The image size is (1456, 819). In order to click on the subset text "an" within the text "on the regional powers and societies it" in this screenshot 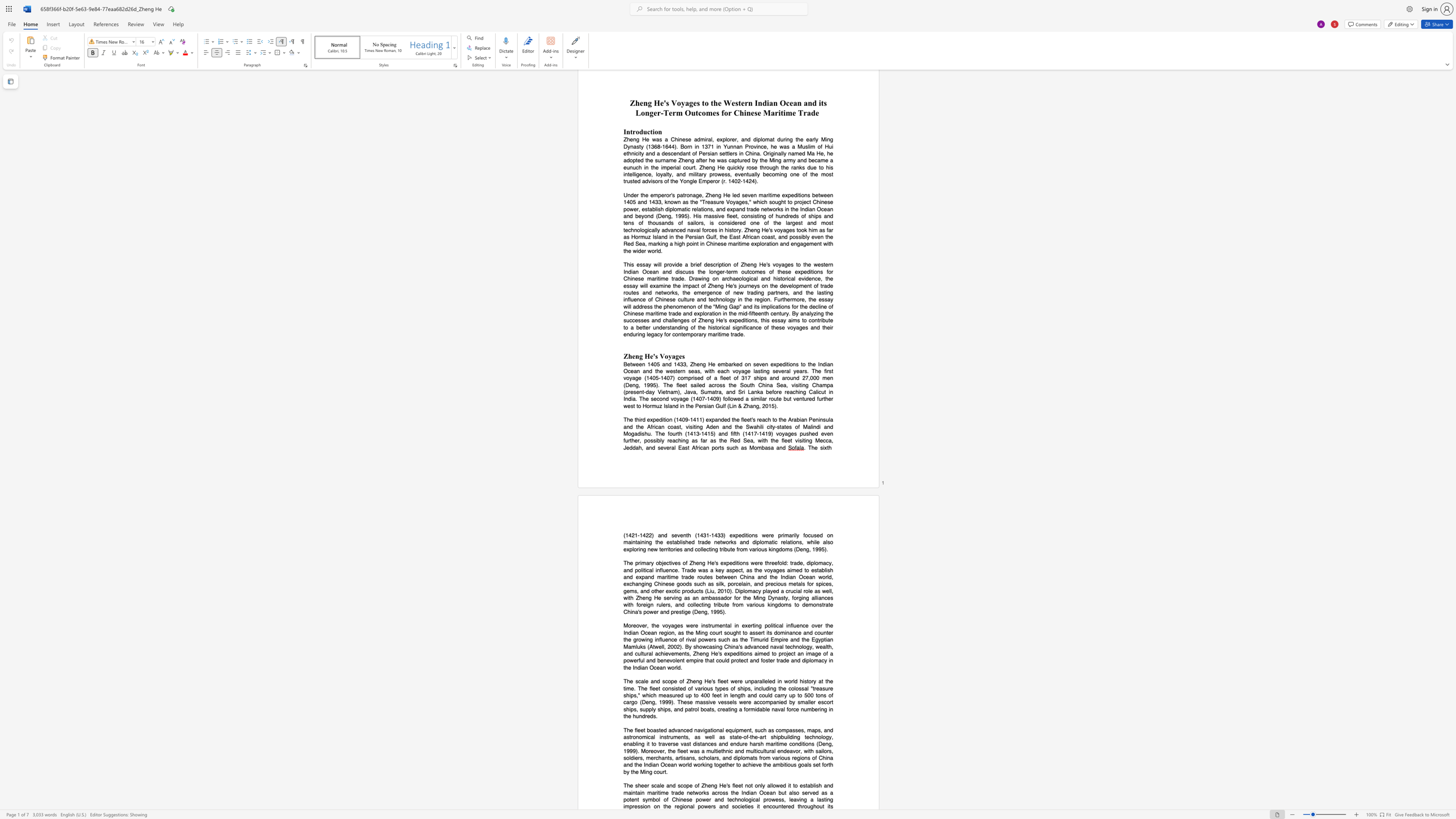, I will do `click(718, 806)`.